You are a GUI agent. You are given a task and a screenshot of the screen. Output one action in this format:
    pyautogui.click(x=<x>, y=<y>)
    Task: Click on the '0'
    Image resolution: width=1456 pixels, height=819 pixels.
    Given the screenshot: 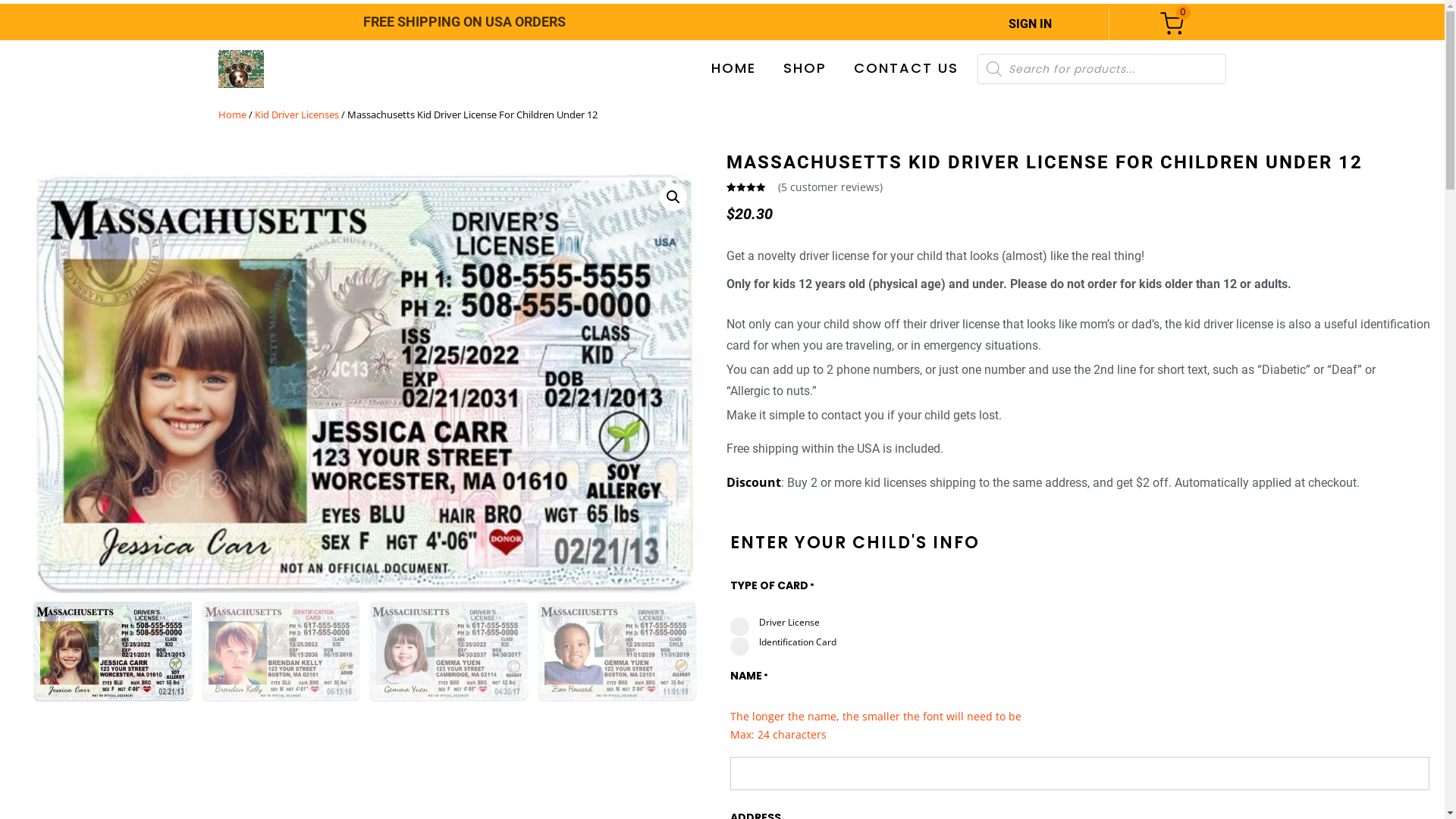 What is the action you would take?
    pyautogui.click(x=1159, y=24)
    